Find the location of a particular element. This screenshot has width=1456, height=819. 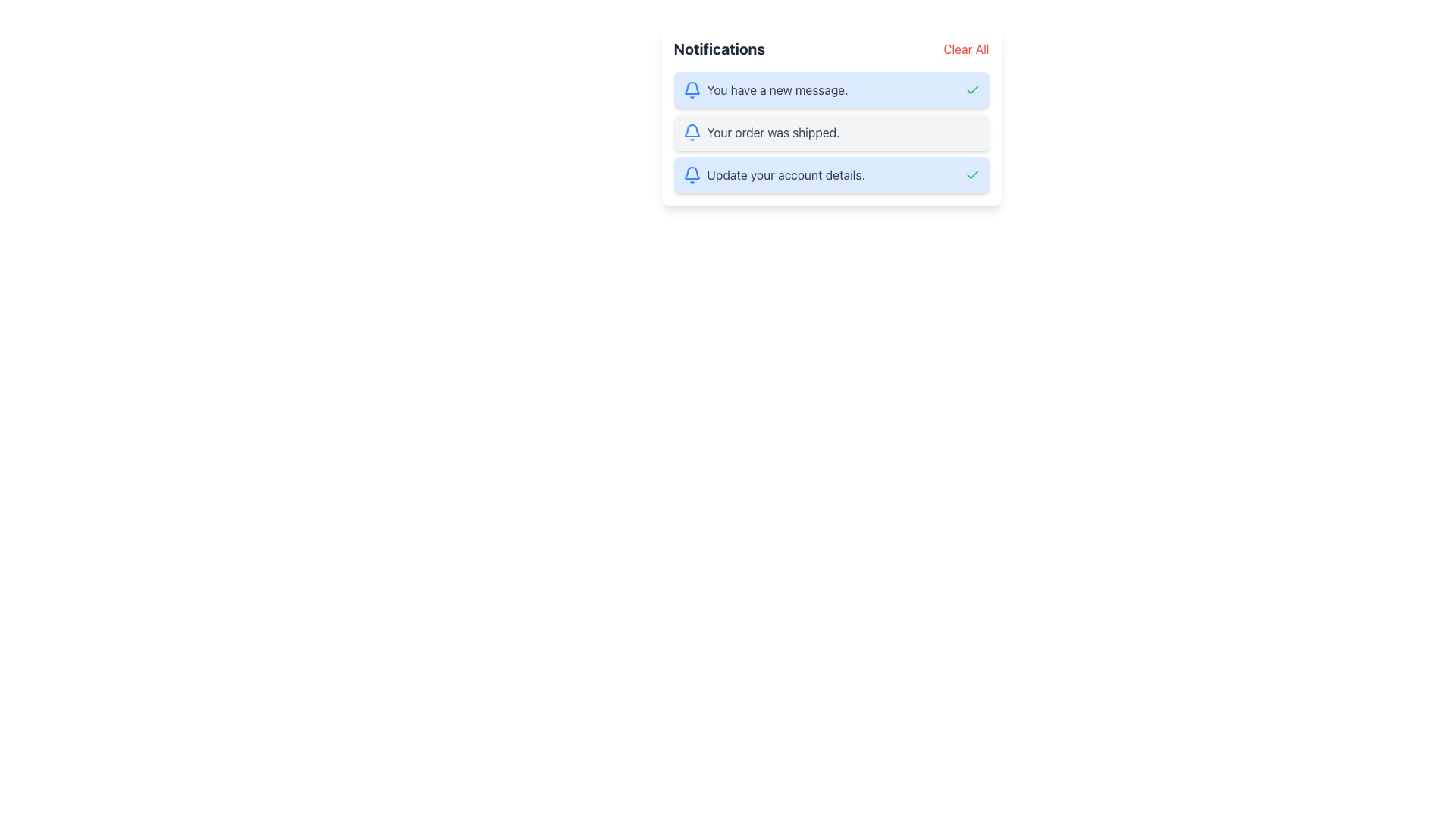

the lower part of the blue bell-shaped SVG icon within the notification panel, located adjacent to the 'Notifications' text is located at coordinates (691, 130).